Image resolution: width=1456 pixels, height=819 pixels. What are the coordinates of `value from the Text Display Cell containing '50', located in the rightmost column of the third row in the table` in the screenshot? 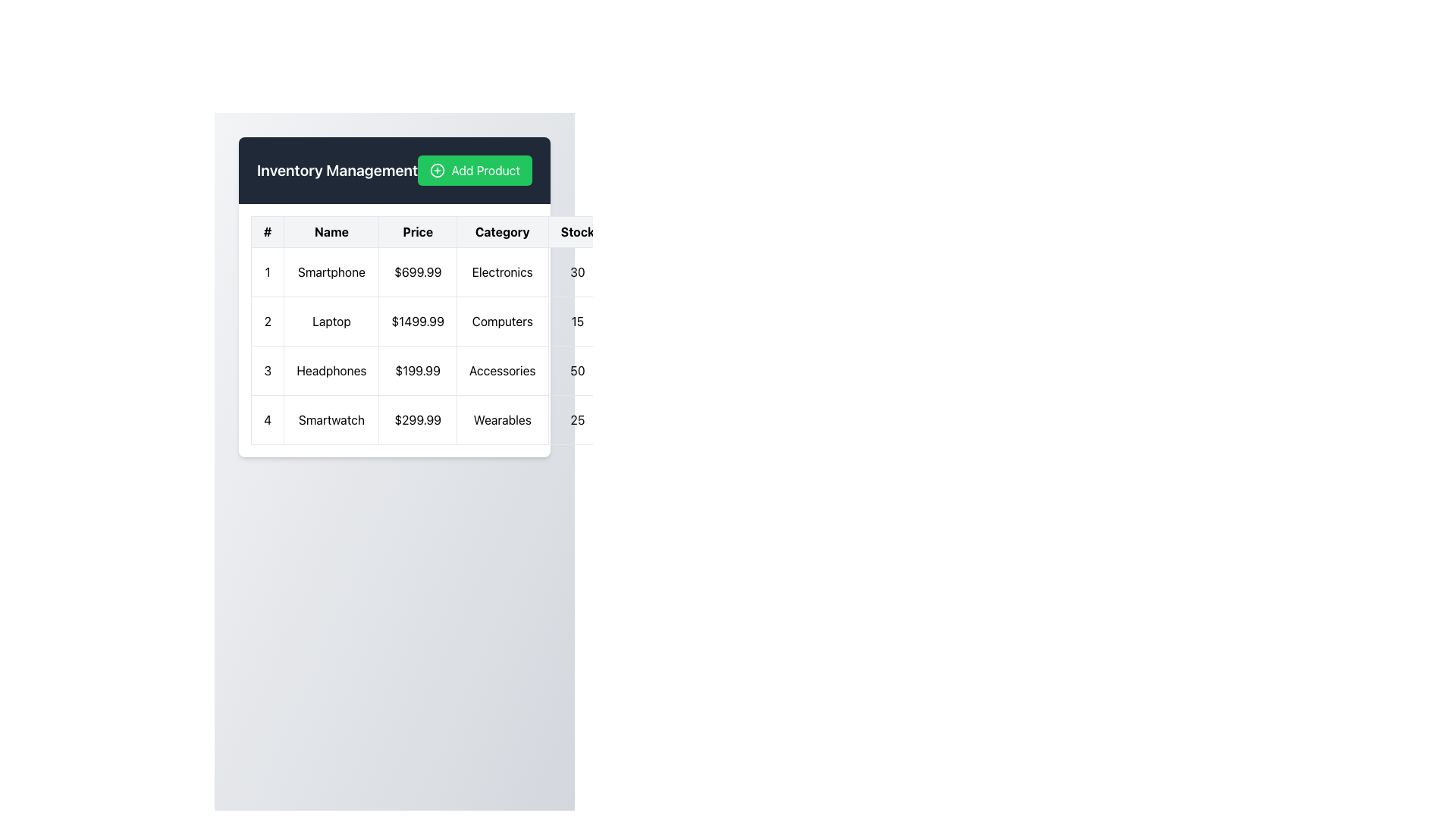 It's located at (576, 371).